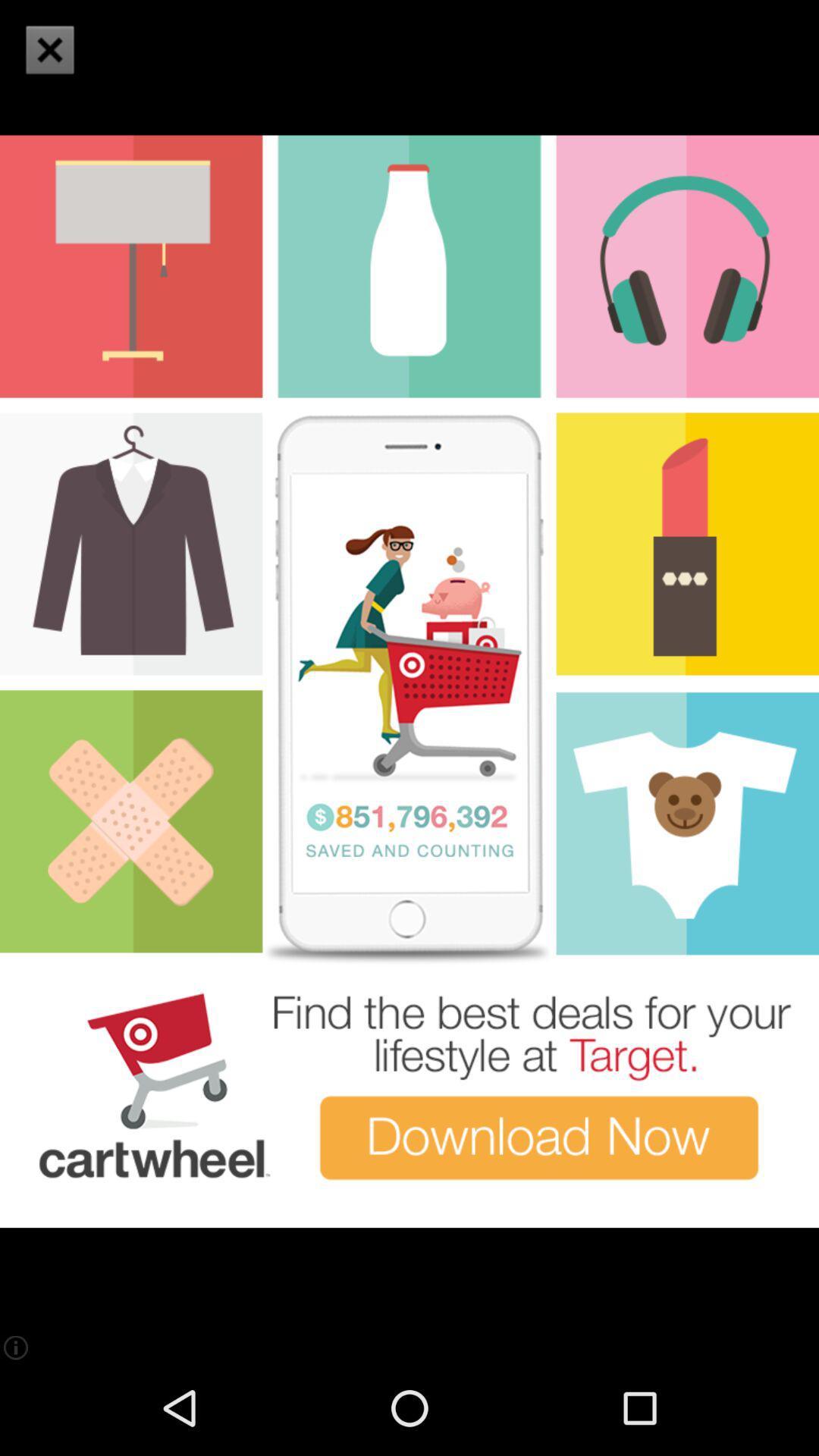 This screenshot has width=819, height=1456. What do you see at coordinates (49, 53) in the screenshot?
I see `the close icon` at bounding box center [49, 53].